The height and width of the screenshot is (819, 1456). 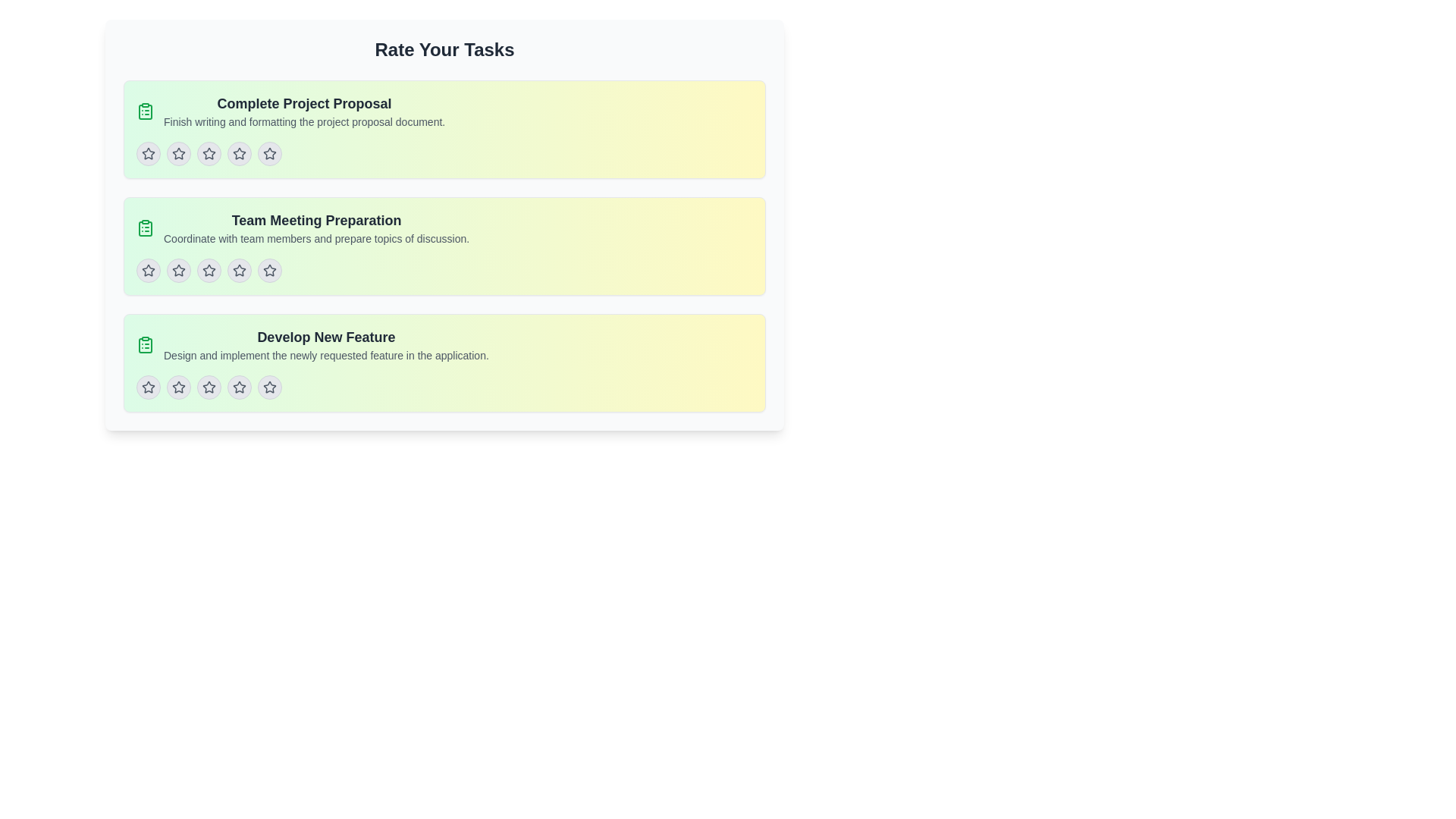 What do you see at coordinates (178, 154) in the screenshot?
I see `the first star icon in the rating indicator` at bounding box center [178, 154].